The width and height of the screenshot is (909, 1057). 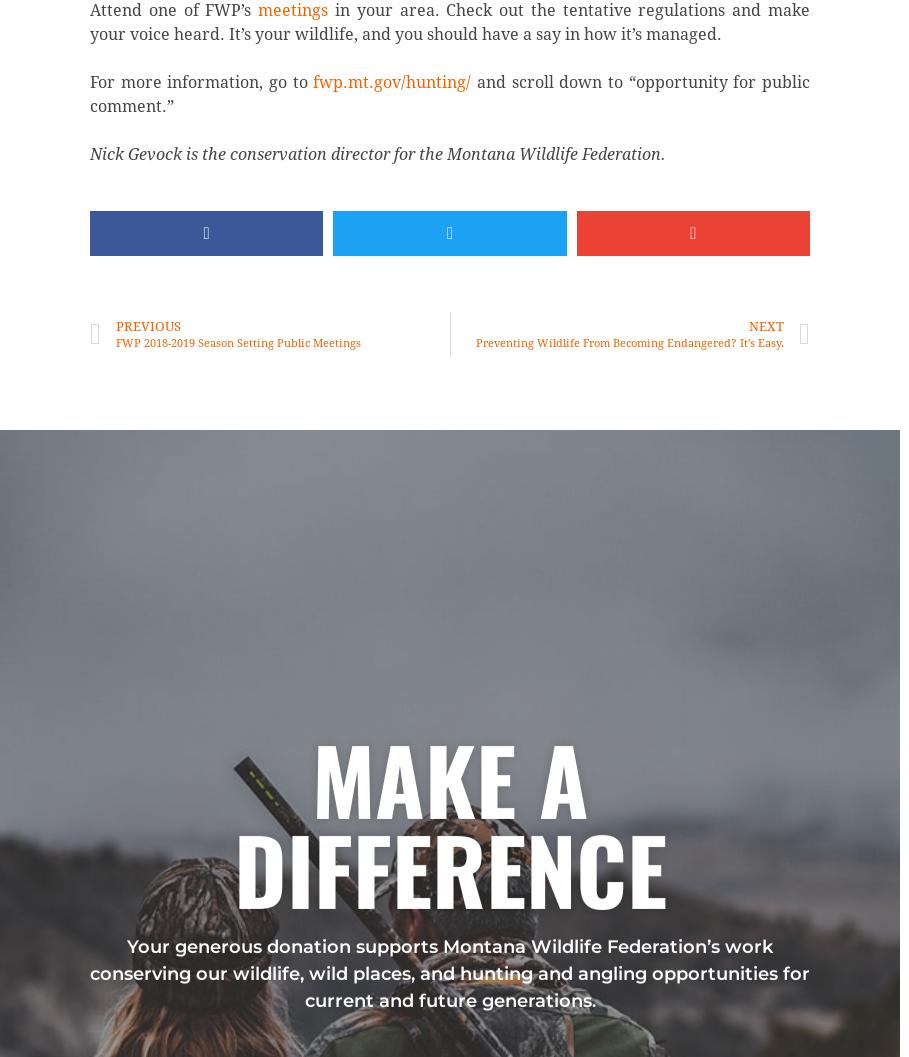 I want to click on 'fwp.mt.gov/hunting/', so click(x=391, y=81).